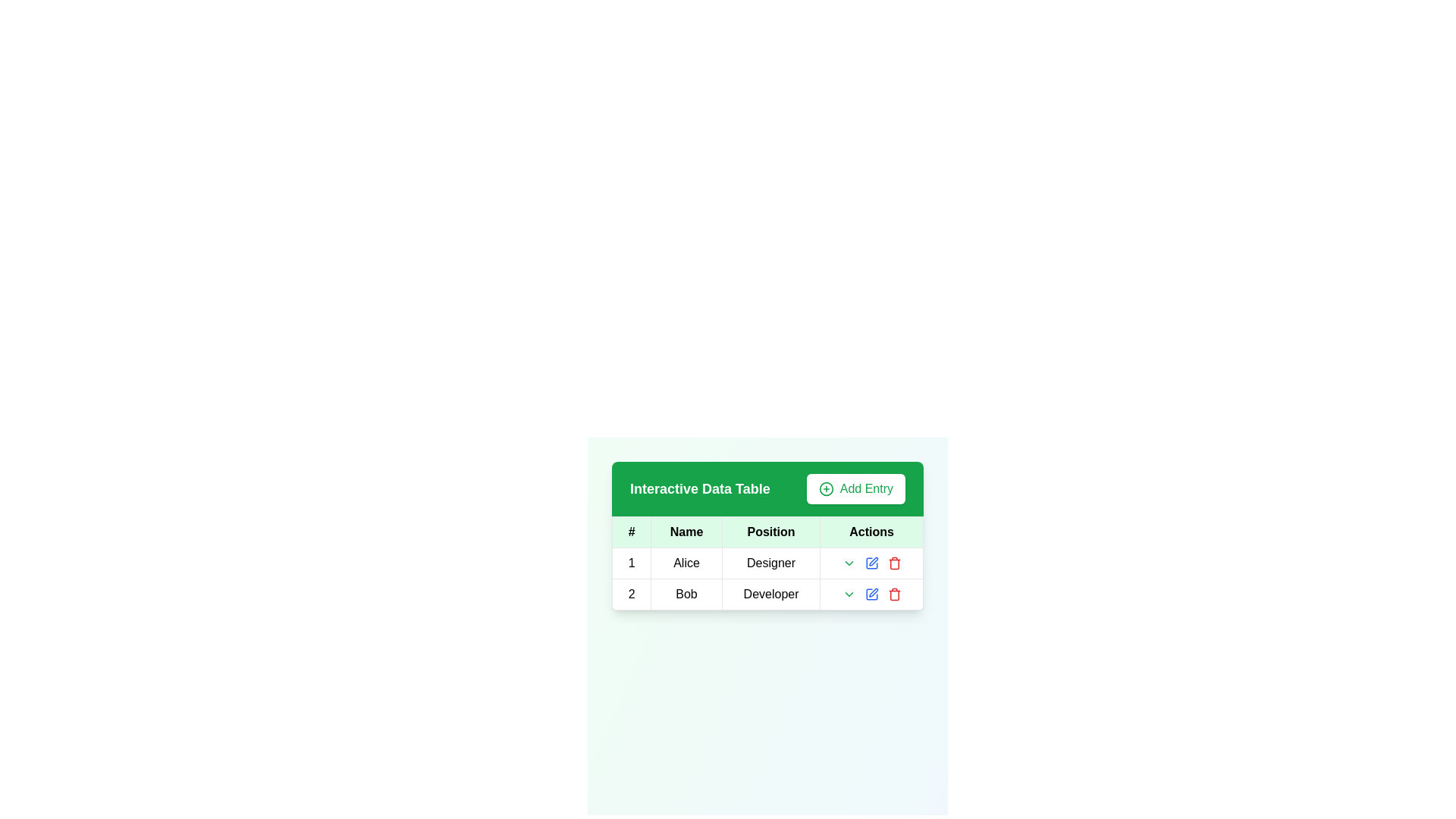  Describe the element at coordinates (894, 563) in the screenshot. I see `the red trash bin icon button in the Actions column of the second row` at that location.